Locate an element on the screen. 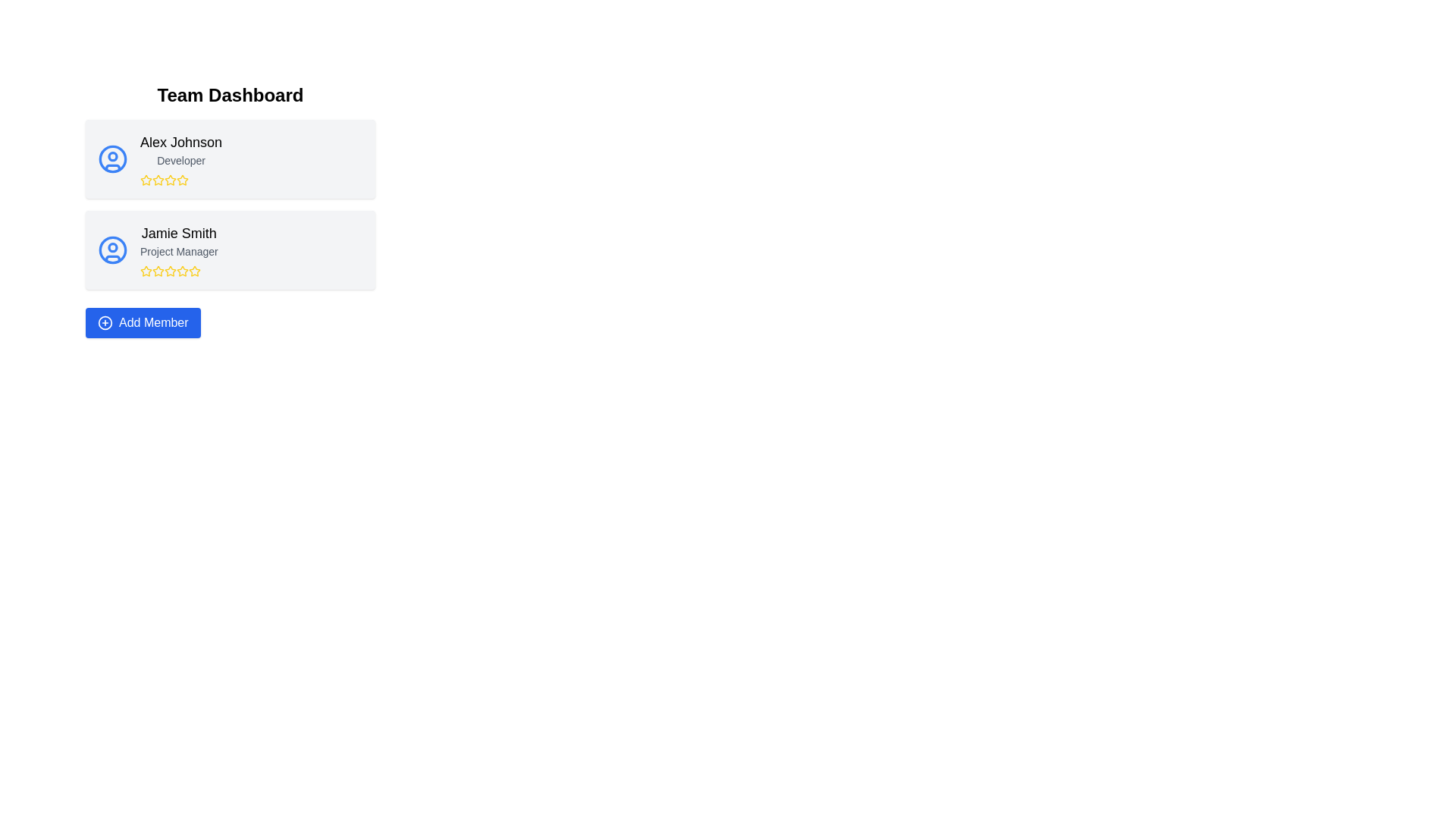  the circular add button at the center of the 'Add Member' feature, which is part of an SVG graphic element is located at coordinates (105, 322).